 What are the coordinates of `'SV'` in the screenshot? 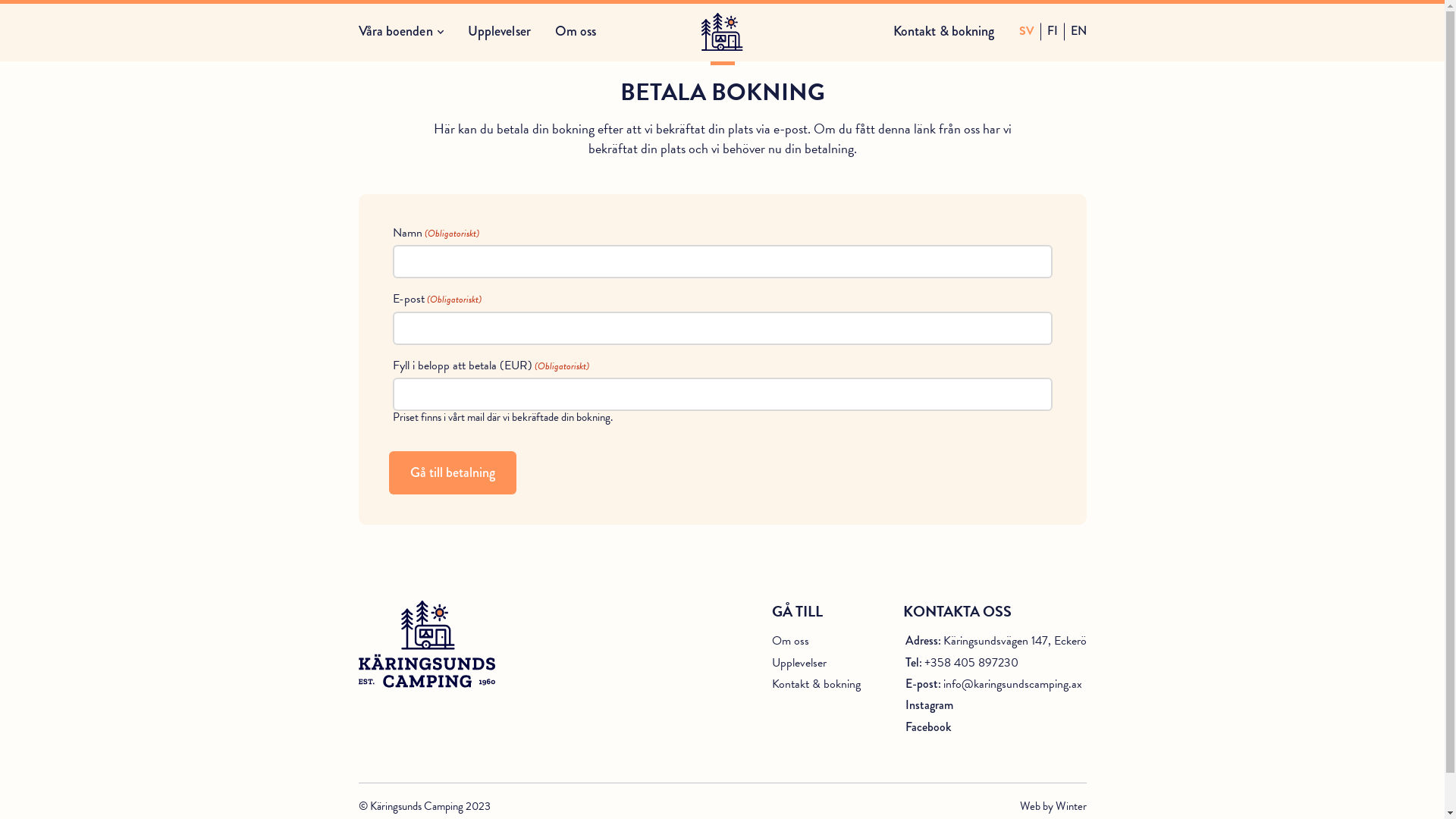 It's located at (1019, 32).